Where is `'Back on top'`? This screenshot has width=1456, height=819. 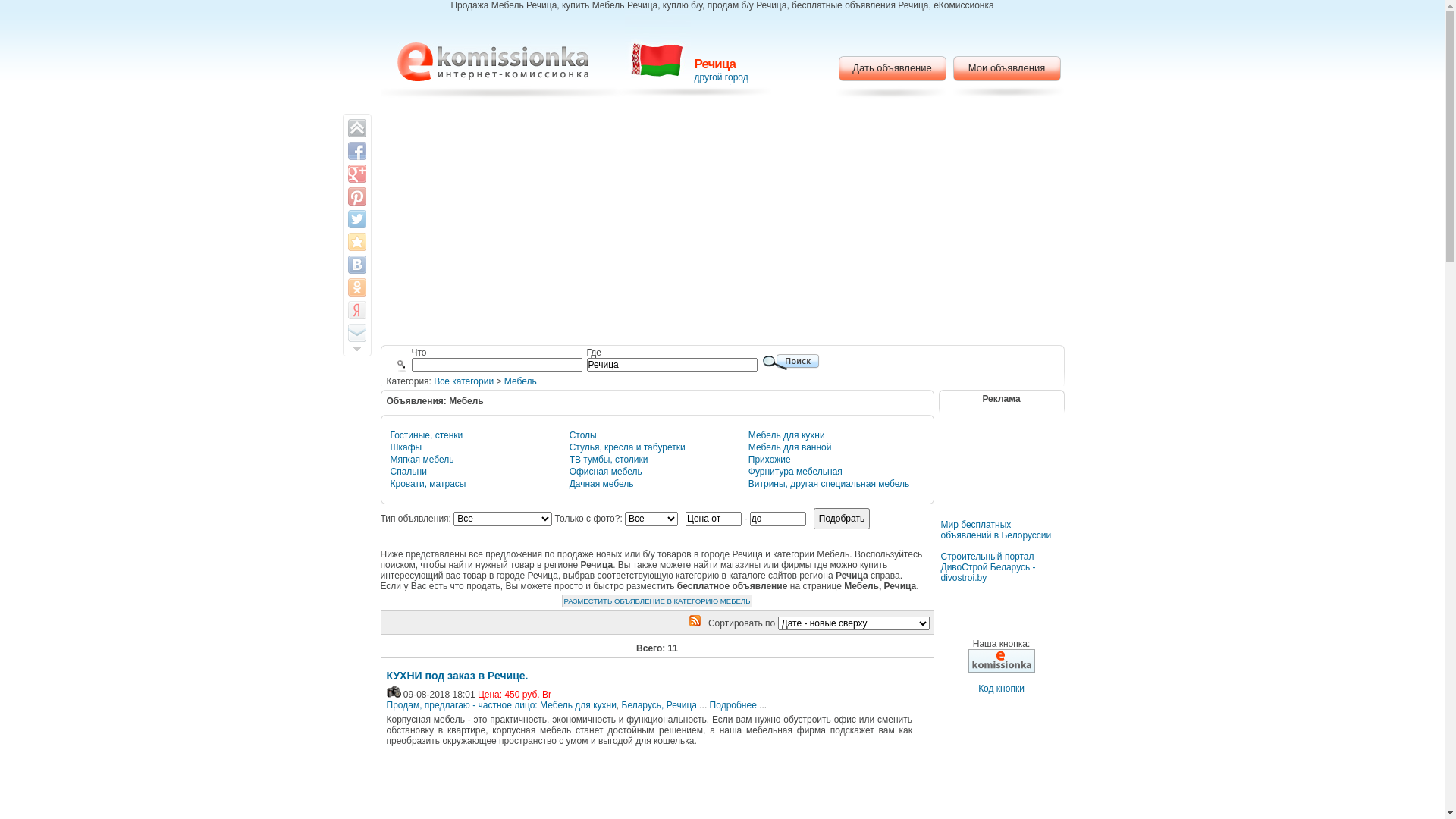
'Back on top' is located at coordinates (356, 127).